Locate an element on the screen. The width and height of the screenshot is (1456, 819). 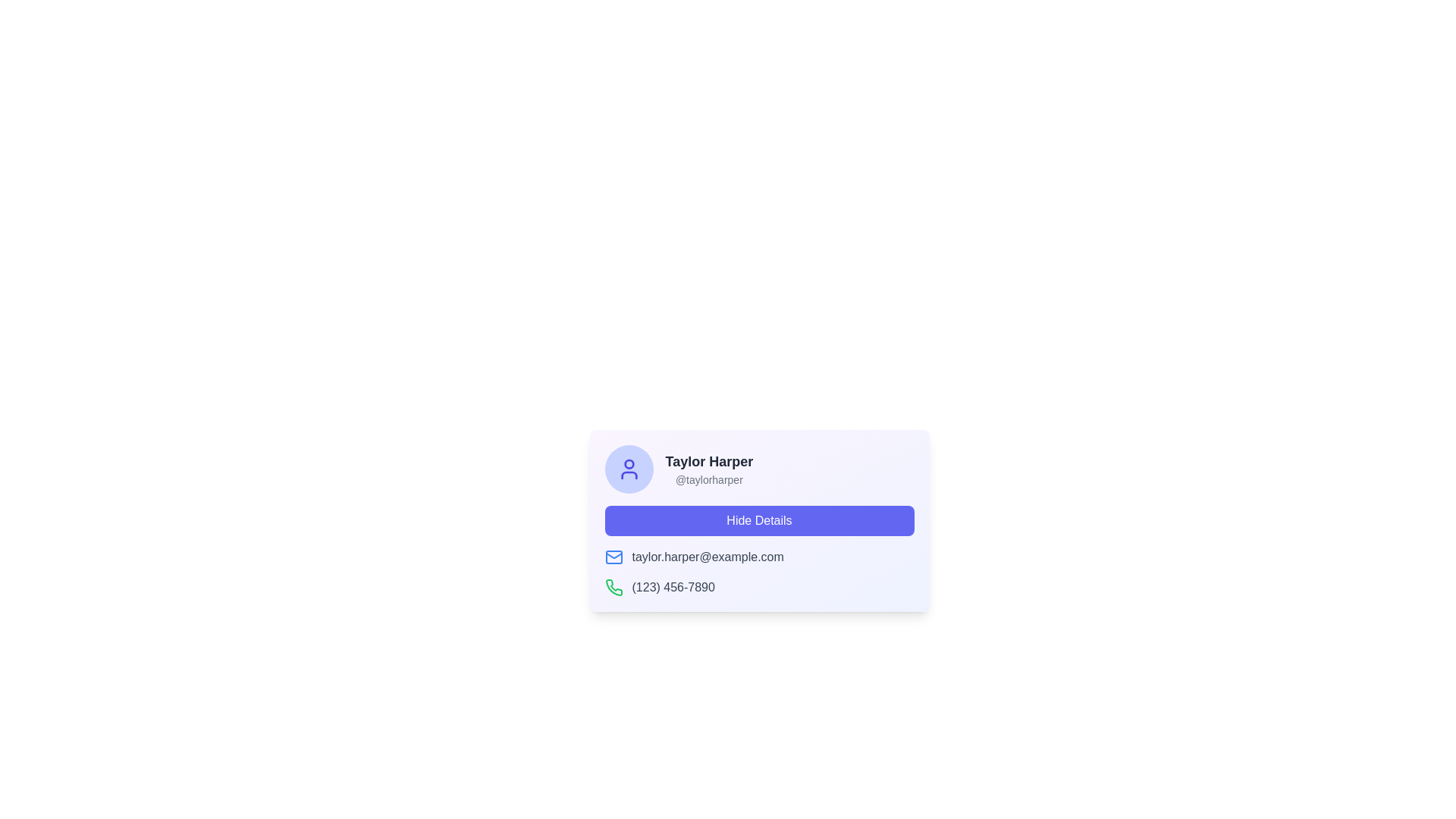
the email access icon located in the bottom right quadrant of the contact card, which is positioned left of the email address text and beneath the 'Hide Details' button is located at coordinates (613, 555).